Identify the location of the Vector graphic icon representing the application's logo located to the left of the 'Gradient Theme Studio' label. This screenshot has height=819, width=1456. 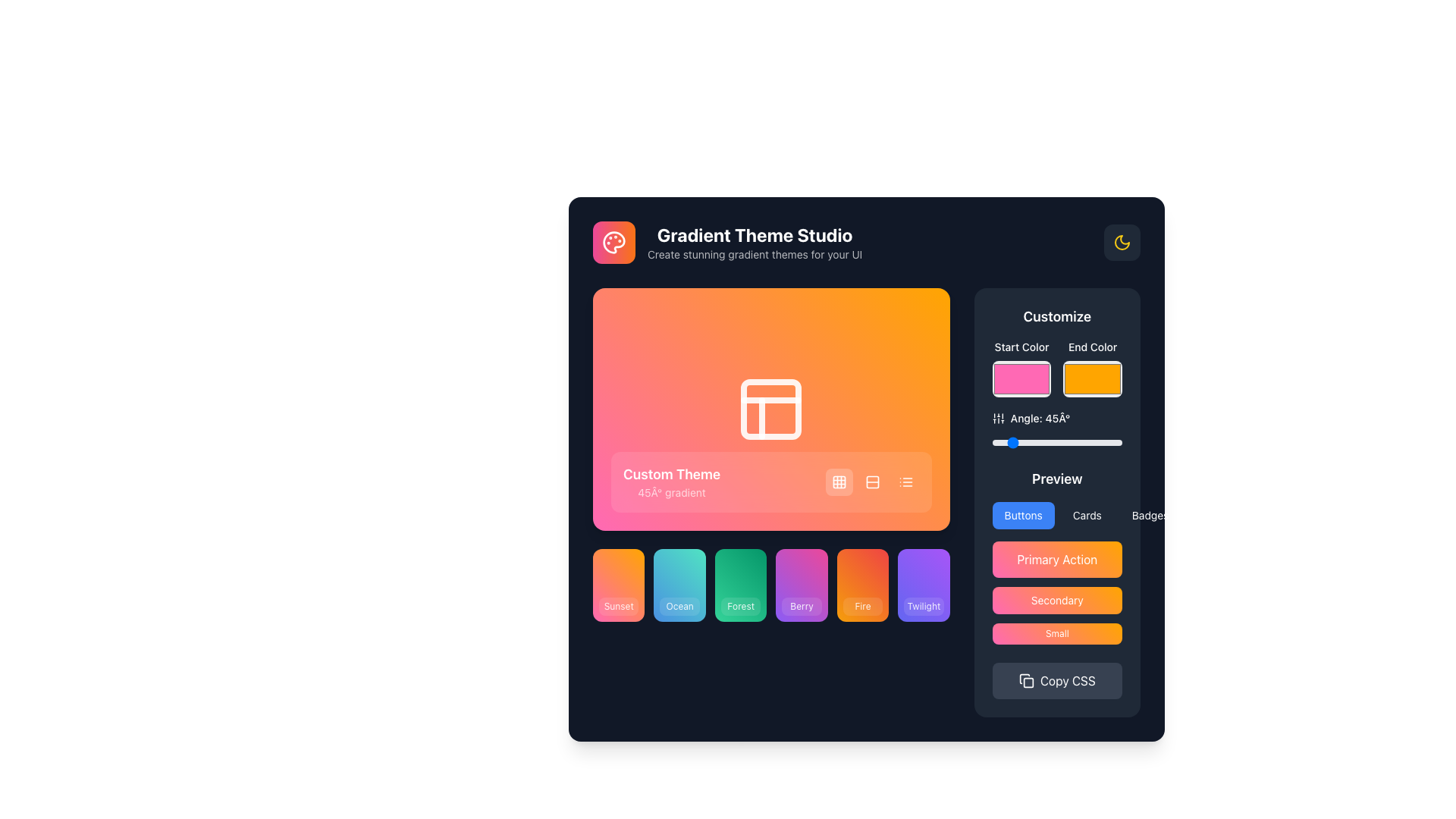
(614, 242).